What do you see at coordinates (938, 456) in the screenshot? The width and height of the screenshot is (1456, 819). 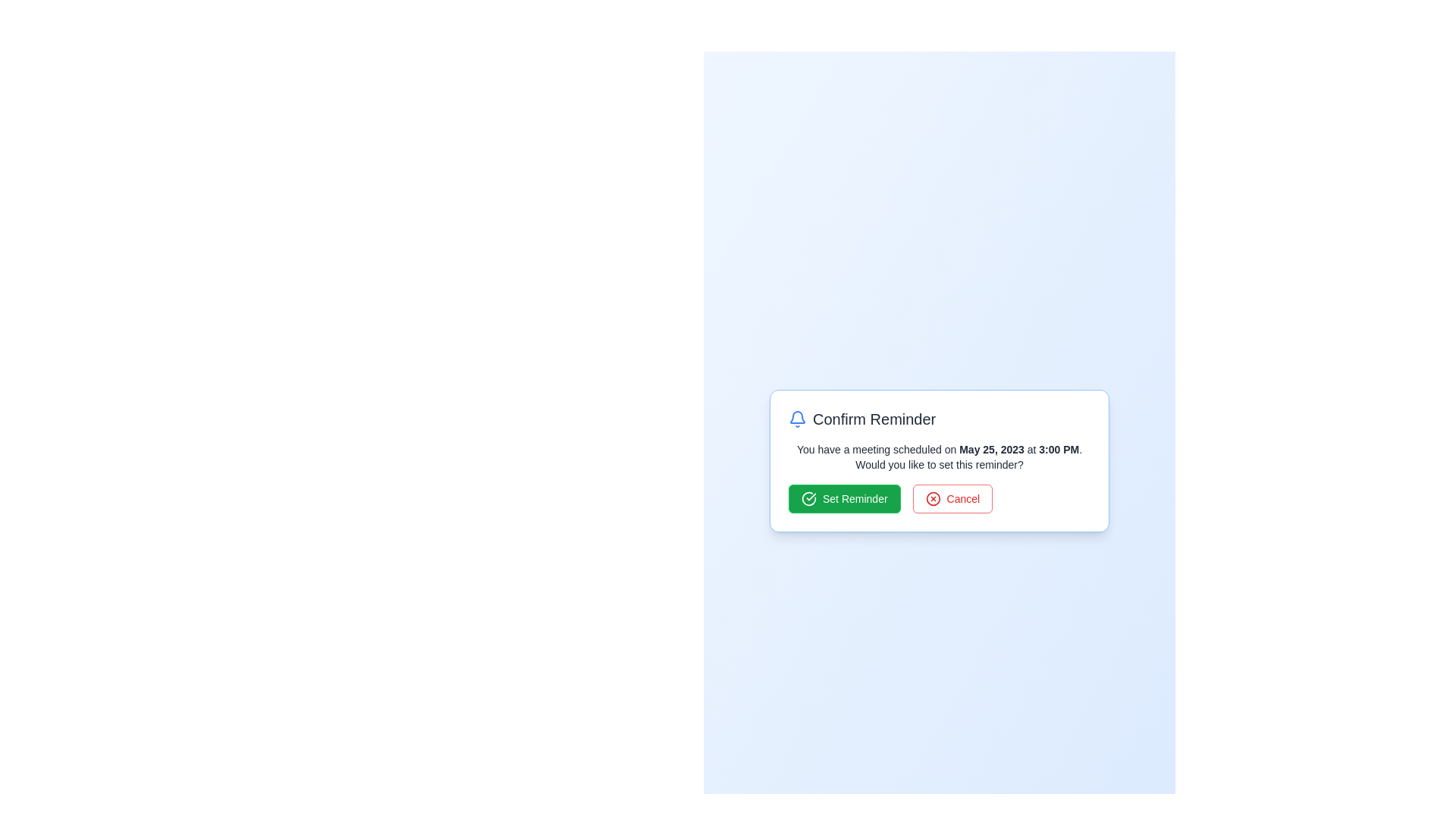 I see `descriptive text block informing the user about the scheduled meeting and prompting confirmation for setting a reminder, located in the center of a card below the title 'Confirm Reminder'` at bounding box center [938, 456].